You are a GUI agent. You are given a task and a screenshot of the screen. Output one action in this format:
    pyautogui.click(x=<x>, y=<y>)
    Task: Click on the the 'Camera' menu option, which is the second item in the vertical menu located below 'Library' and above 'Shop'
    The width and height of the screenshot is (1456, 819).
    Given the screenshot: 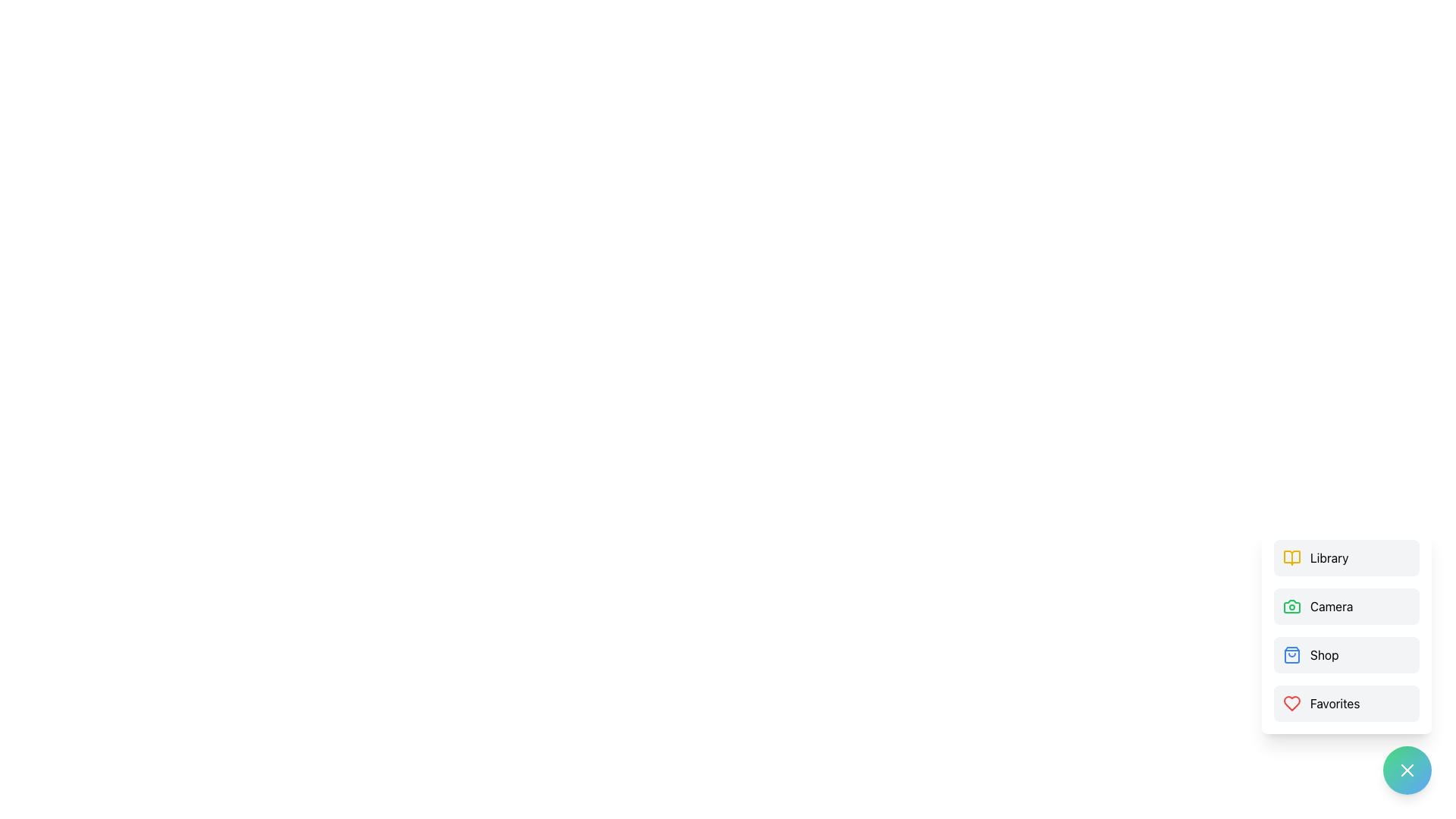 What is the action you would take?
    pyautogui.click(x=1347, y=605)
    